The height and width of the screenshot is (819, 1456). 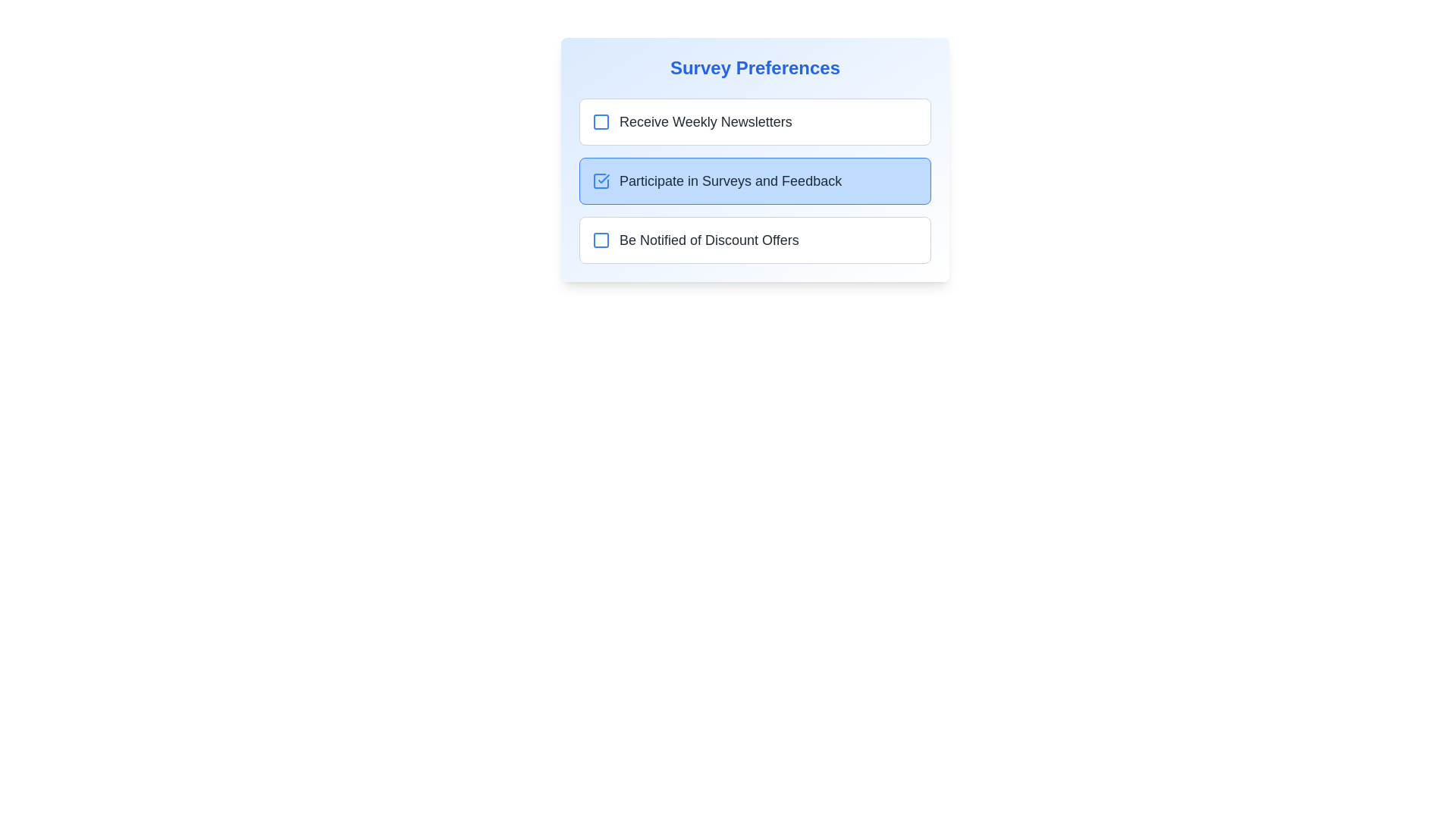 What do you see at coordinates (704, 121) in the screenshot?
I see `the text label reading 'Receive Weekly Newsletters' which is styled with a larger font size and gray color, located in the 'Survey Preferences' section next to a checkbox` at bounding box center [704, 121].